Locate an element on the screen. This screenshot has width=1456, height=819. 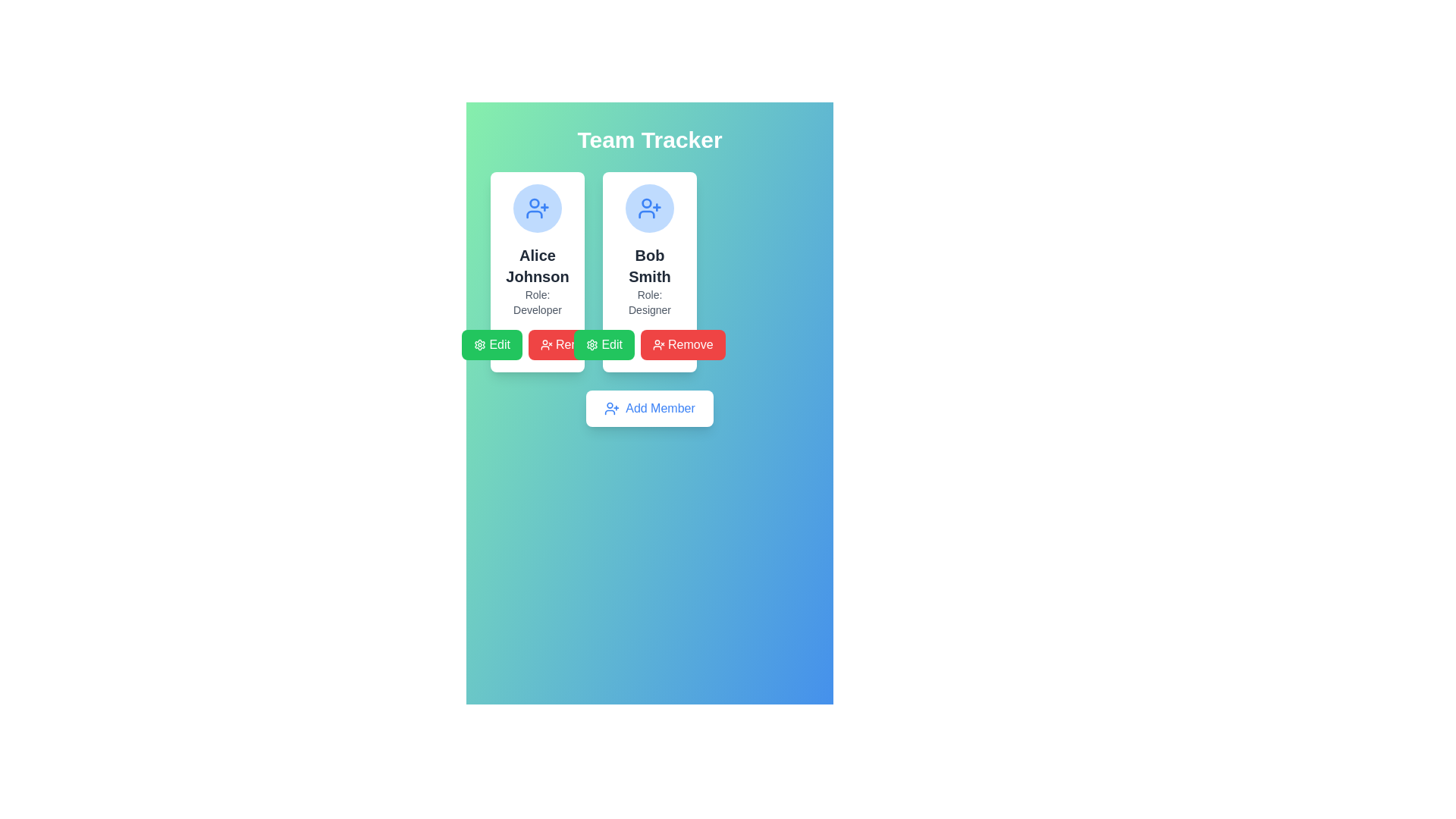
the title text element located at the top-center of the application interface, which serves as the header indicating the purpose of the app is located at coordinates (650, 140).